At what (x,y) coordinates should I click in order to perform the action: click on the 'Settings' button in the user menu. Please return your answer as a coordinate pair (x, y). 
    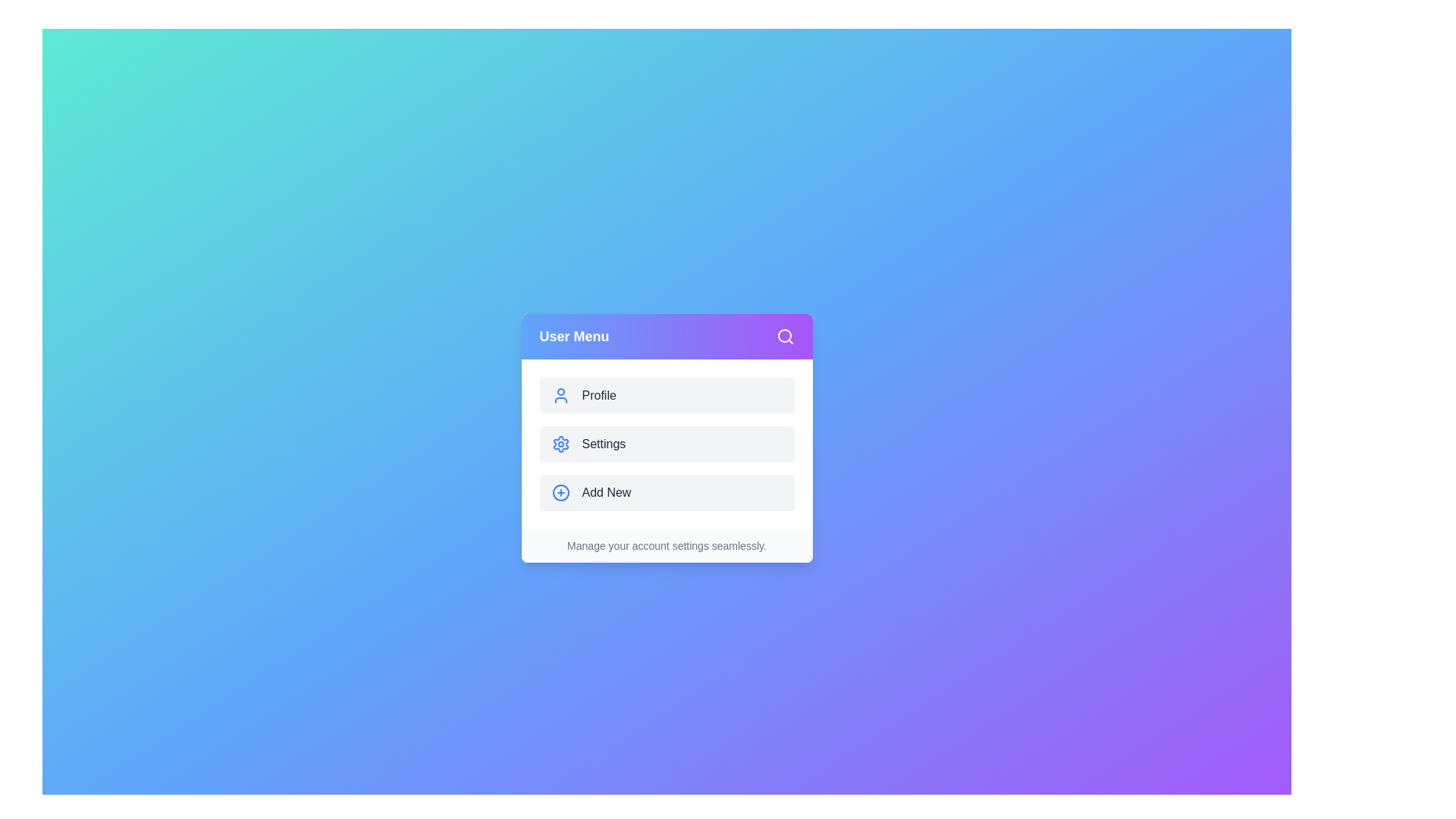
    Looking at the image, I should click on (667, 444).